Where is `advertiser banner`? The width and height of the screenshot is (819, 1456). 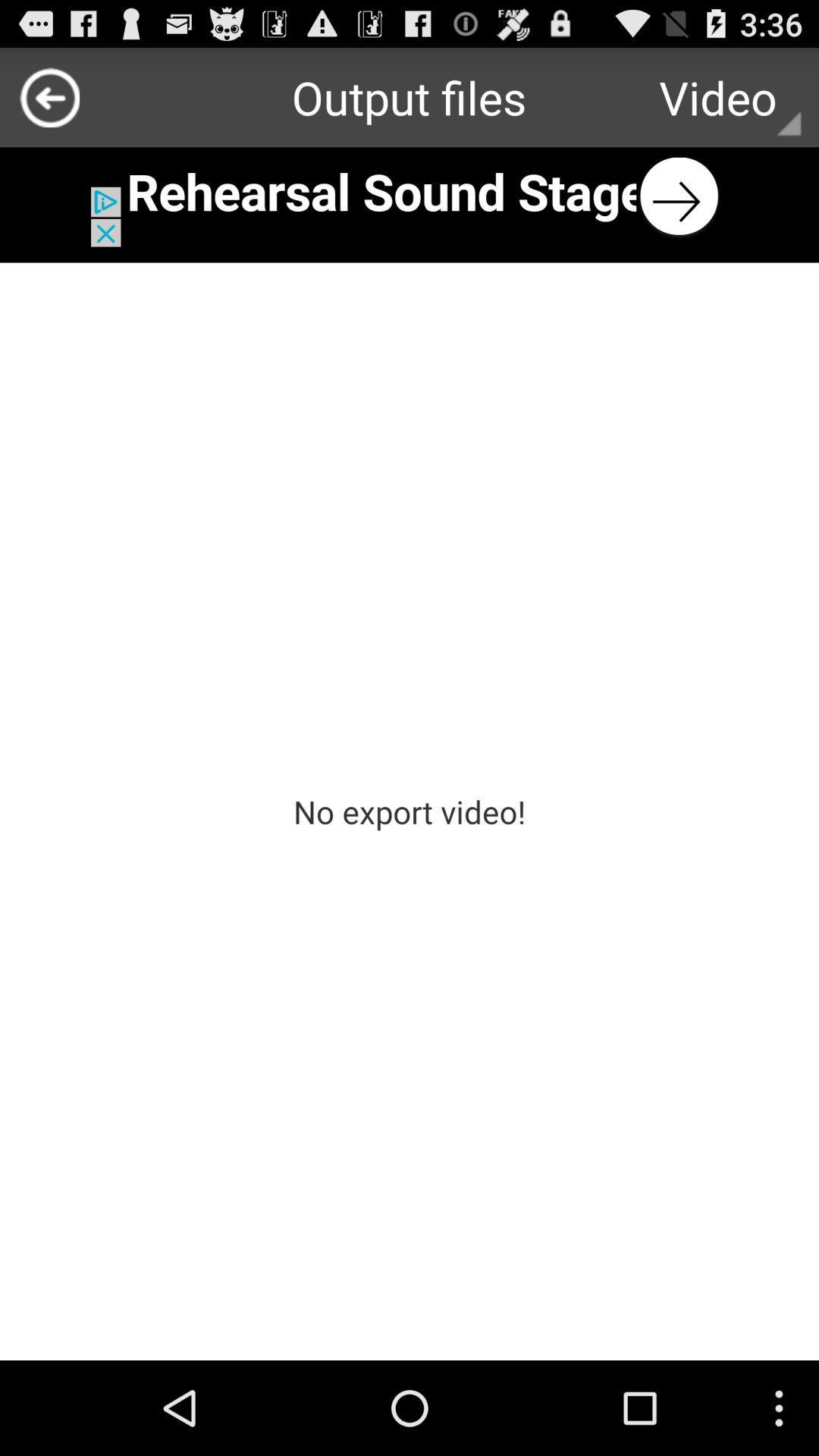 advertiser banner is located at coordinates (409, 196).